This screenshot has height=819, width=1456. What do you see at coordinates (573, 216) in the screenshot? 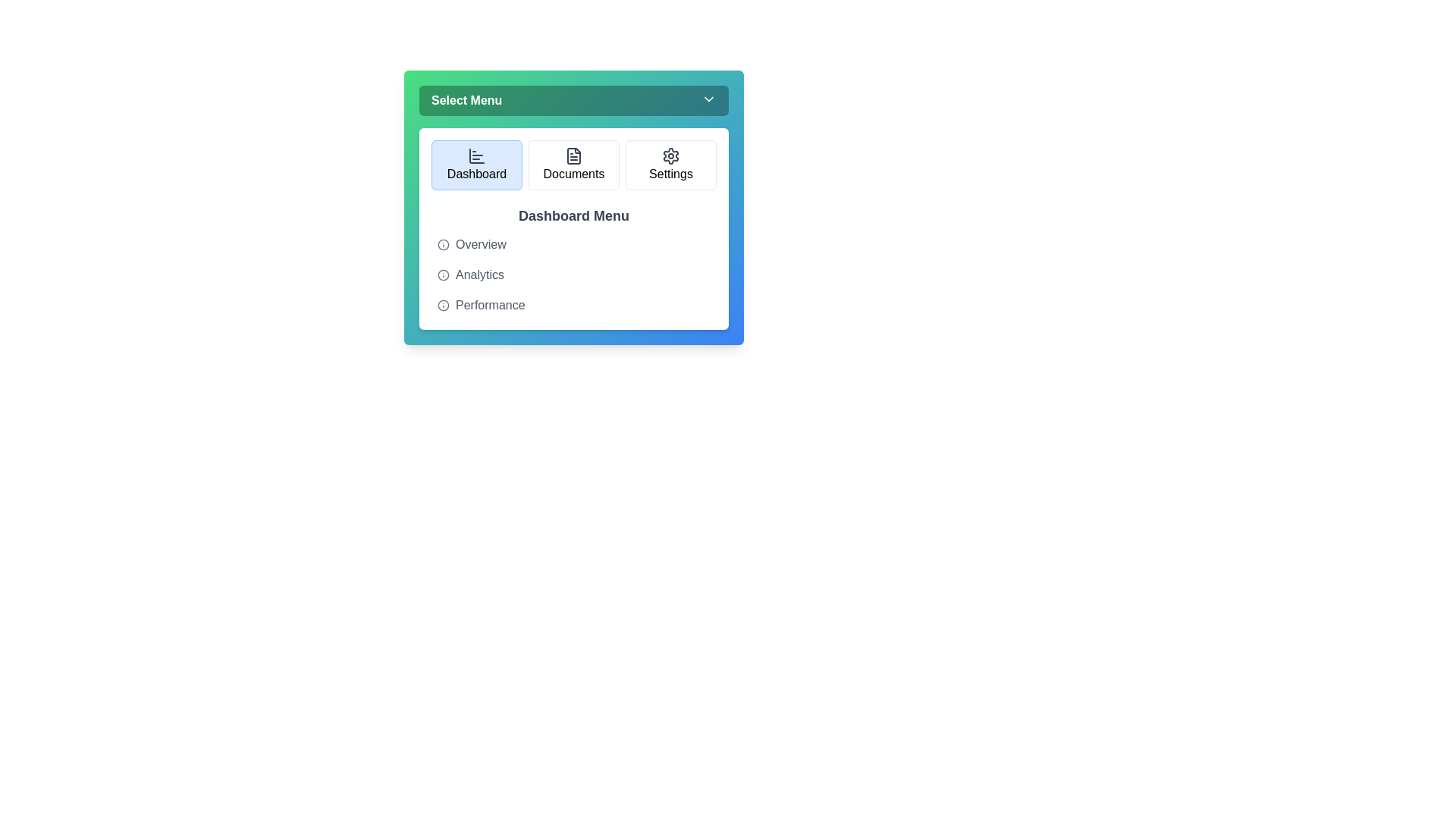
I see `the label that identifies the section of the menu, situated below the buttons 'Dashboard', 'Documents', and 'Settings', and above the list items 'Overview', 'Analytics', and 'Performance'` at bounding box center [573, 216].